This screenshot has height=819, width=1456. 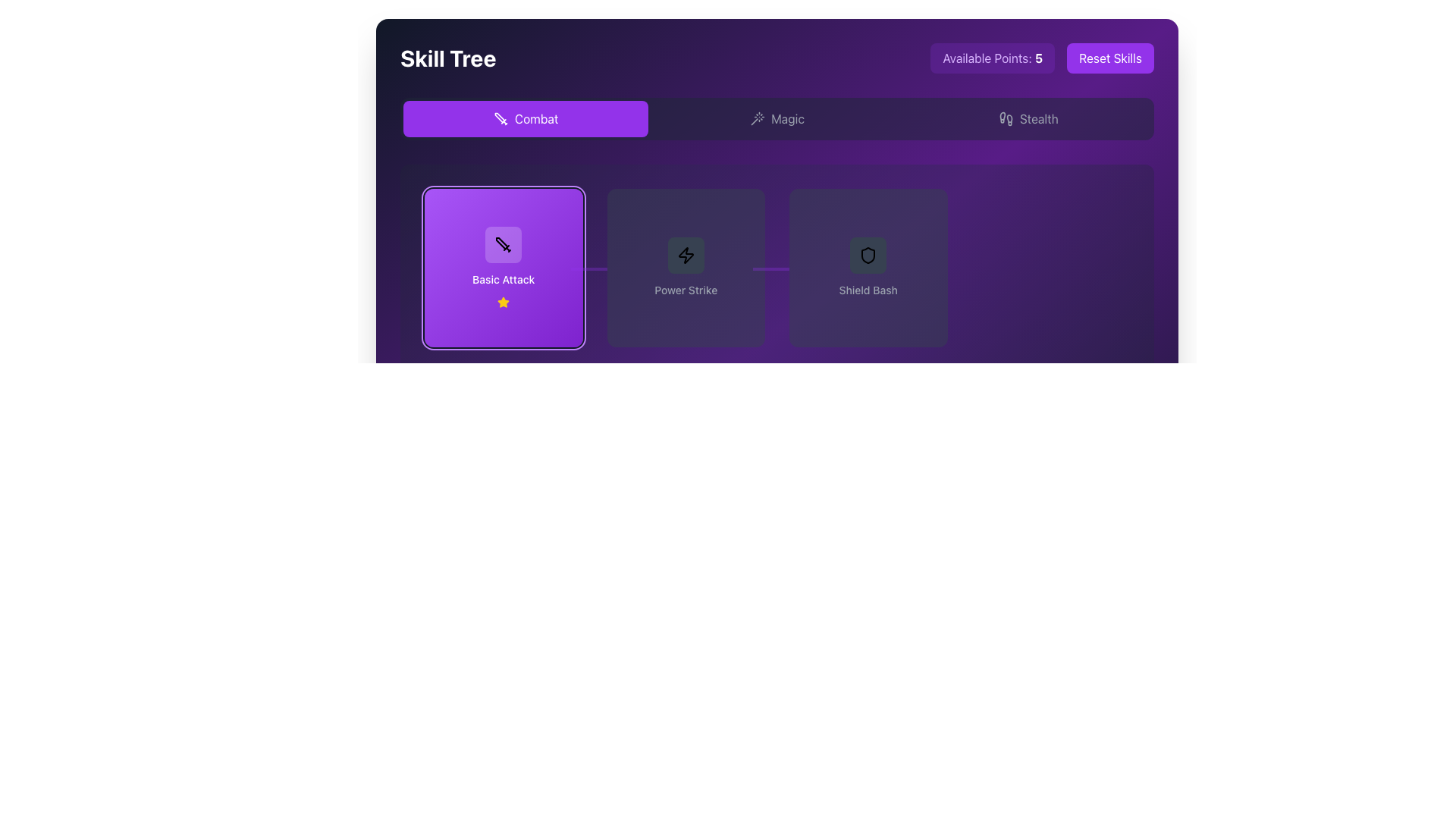 I want to click on the 'Basic Attack' skill button located in the top left corner of the skill tree interface, so click(x=504, y=267).